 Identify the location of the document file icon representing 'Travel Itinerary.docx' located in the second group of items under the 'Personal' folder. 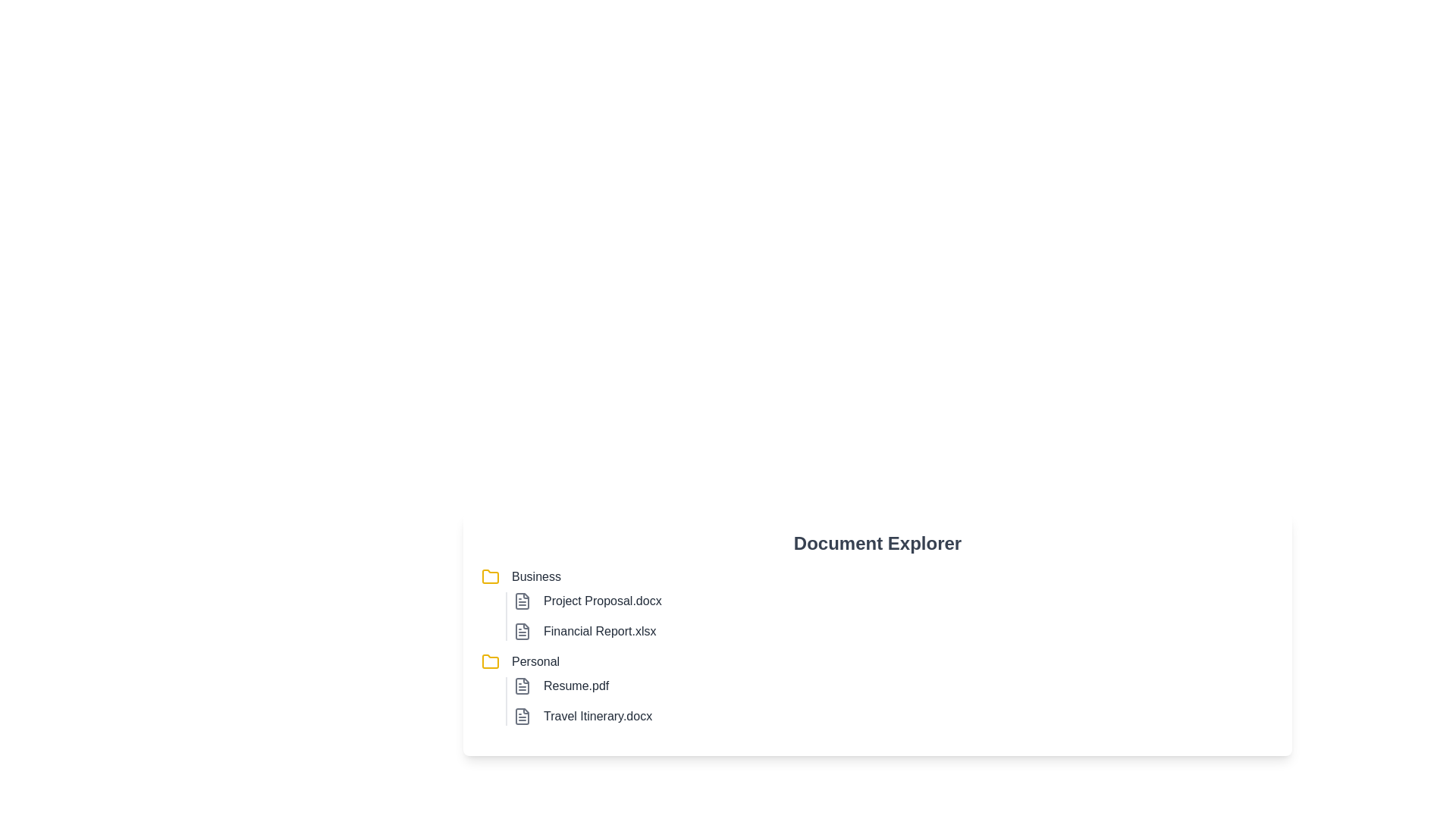
(522, 717).